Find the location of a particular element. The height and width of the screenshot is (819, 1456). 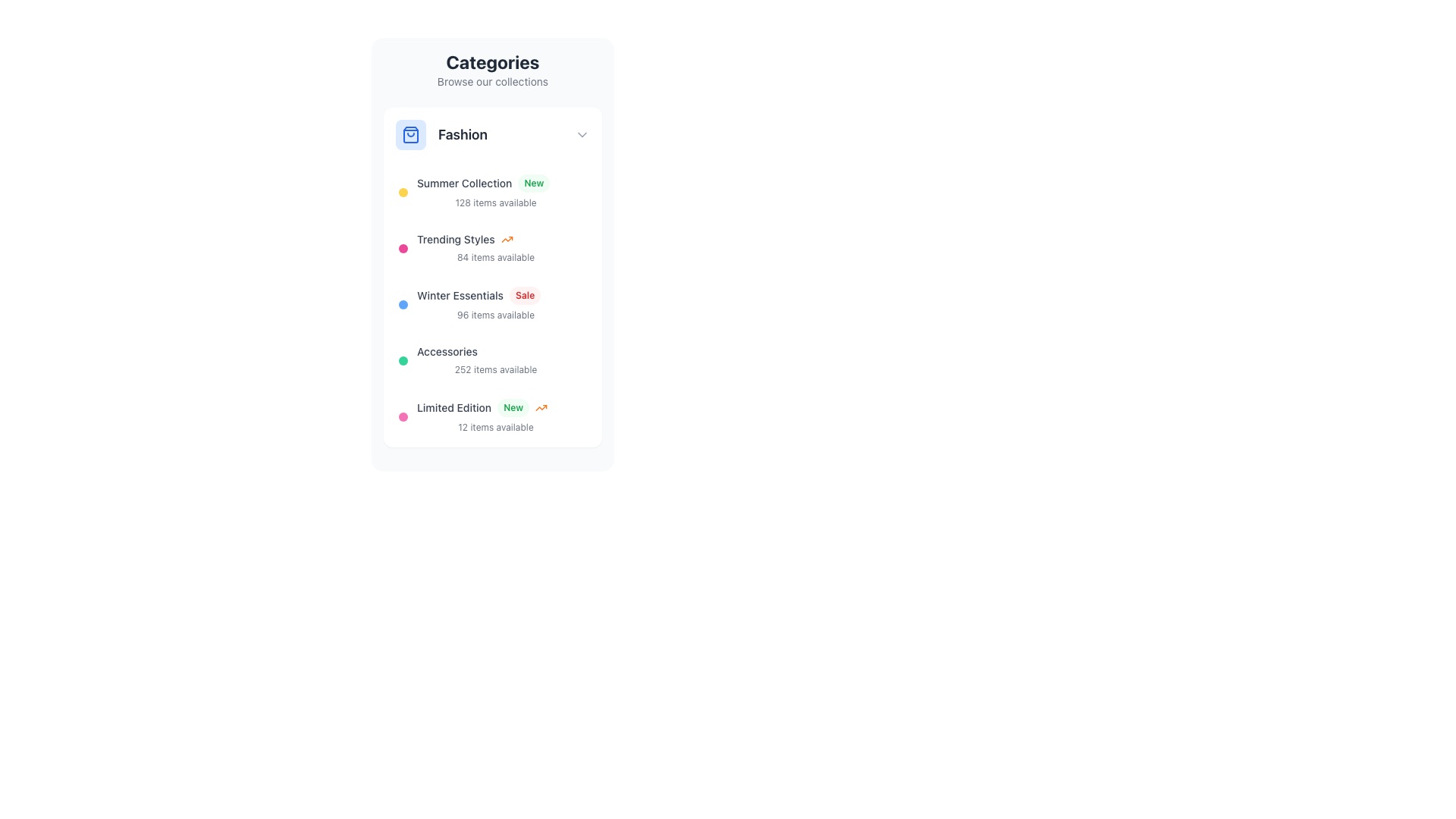

informational text label indicating the number of items available in the 'Trending Styles' category, which is positioned directly beneath the 'Trending Styles' label in the 'Categories > Fashion' section is located at coordinates (495, 256).